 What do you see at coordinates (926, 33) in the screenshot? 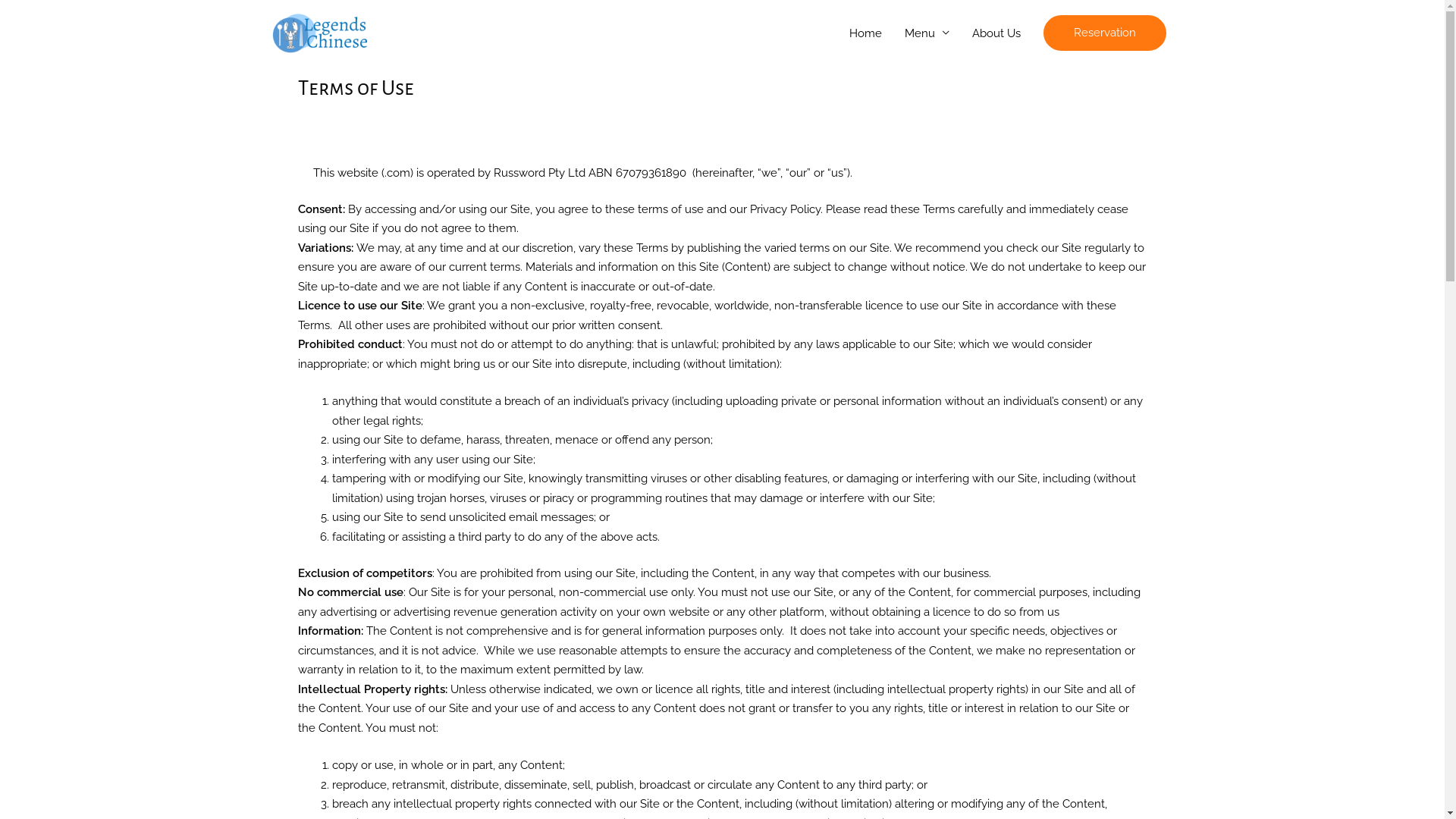
I see `'Menu'` at bounding box center [926, 33].